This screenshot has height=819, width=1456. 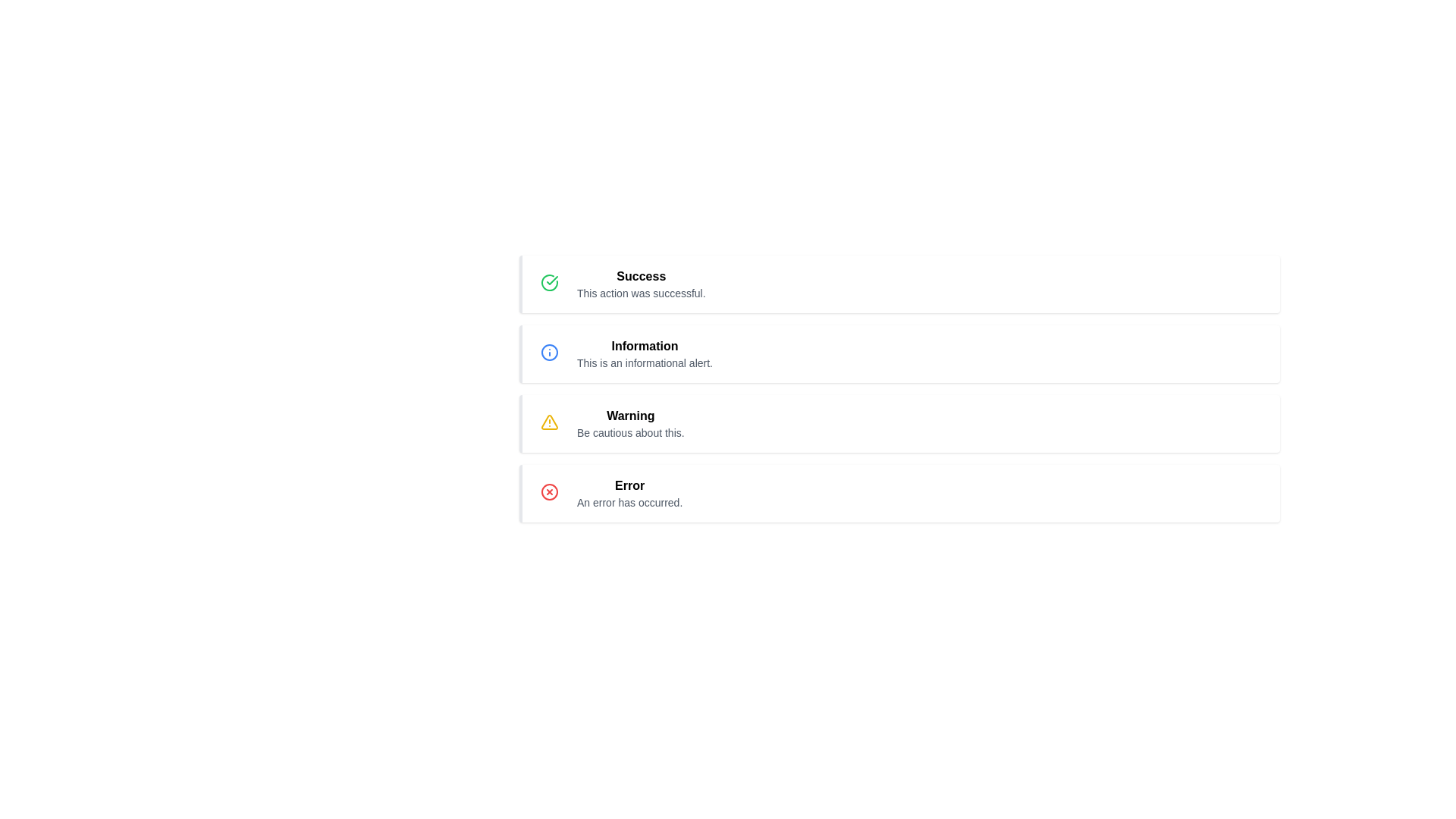 What do you see at coordinates (899, 353) in the screenshot?
I see `the second notification box, which is located between the 'Success' and 'Warning' alerts in the notification list` at bounding box center [899, 353].